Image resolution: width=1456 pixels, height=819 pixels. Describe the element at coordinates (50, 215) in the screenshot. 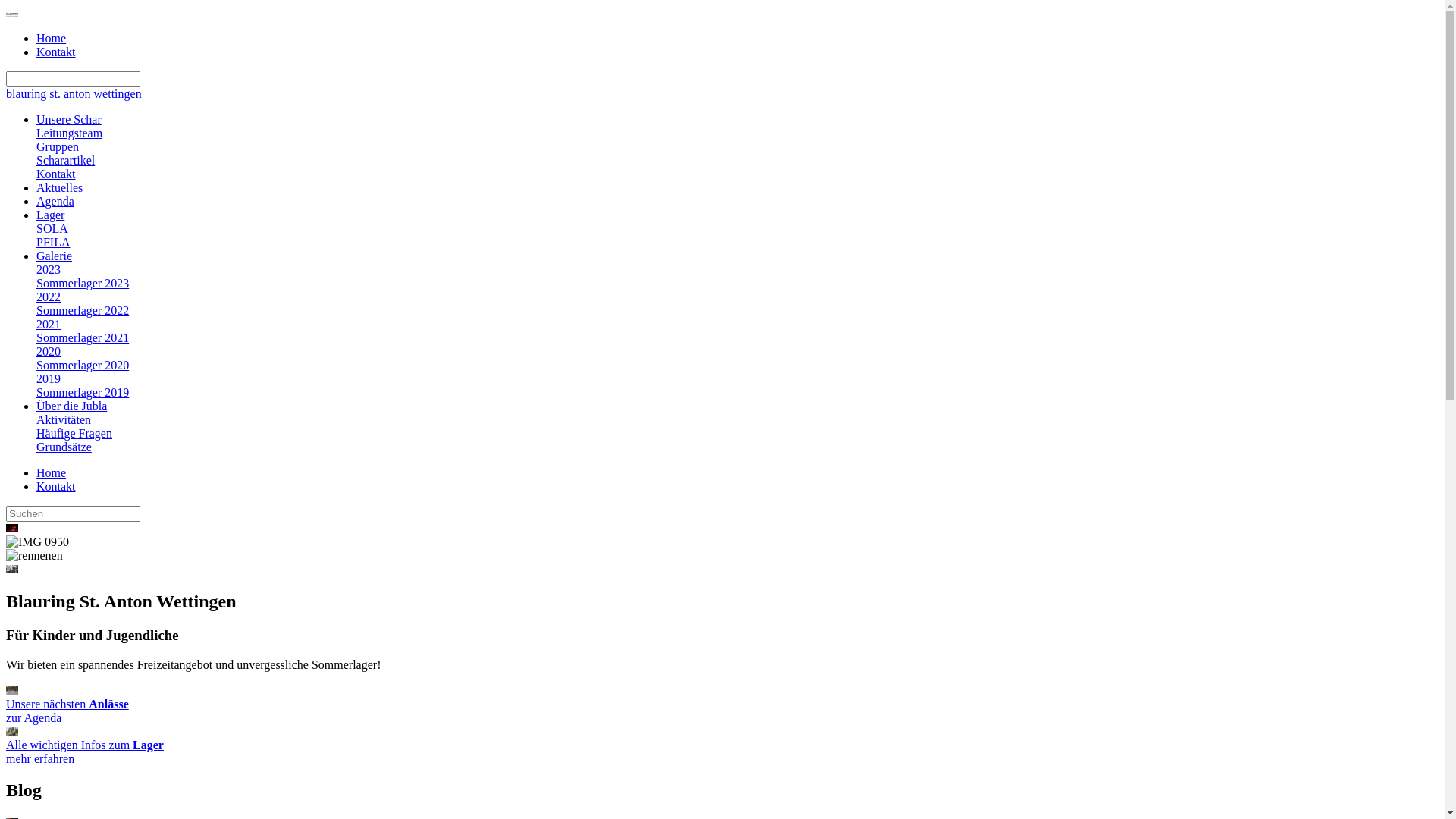

I see `'Lager'` at that location.